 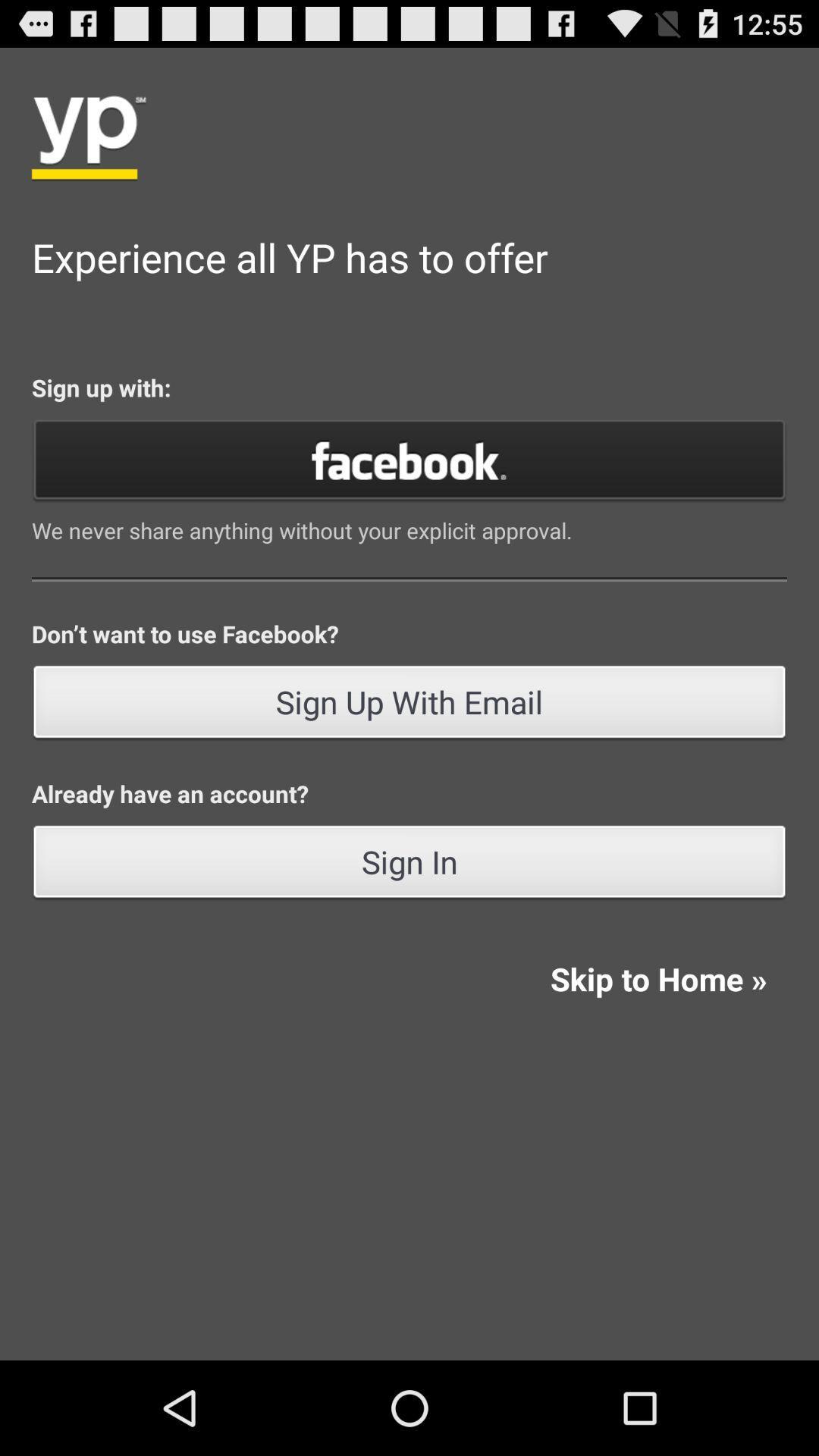 What do you see at coordinates (409, 458) in the screenshot?
I see `click on facebook button` at bounding box center [409, 458].